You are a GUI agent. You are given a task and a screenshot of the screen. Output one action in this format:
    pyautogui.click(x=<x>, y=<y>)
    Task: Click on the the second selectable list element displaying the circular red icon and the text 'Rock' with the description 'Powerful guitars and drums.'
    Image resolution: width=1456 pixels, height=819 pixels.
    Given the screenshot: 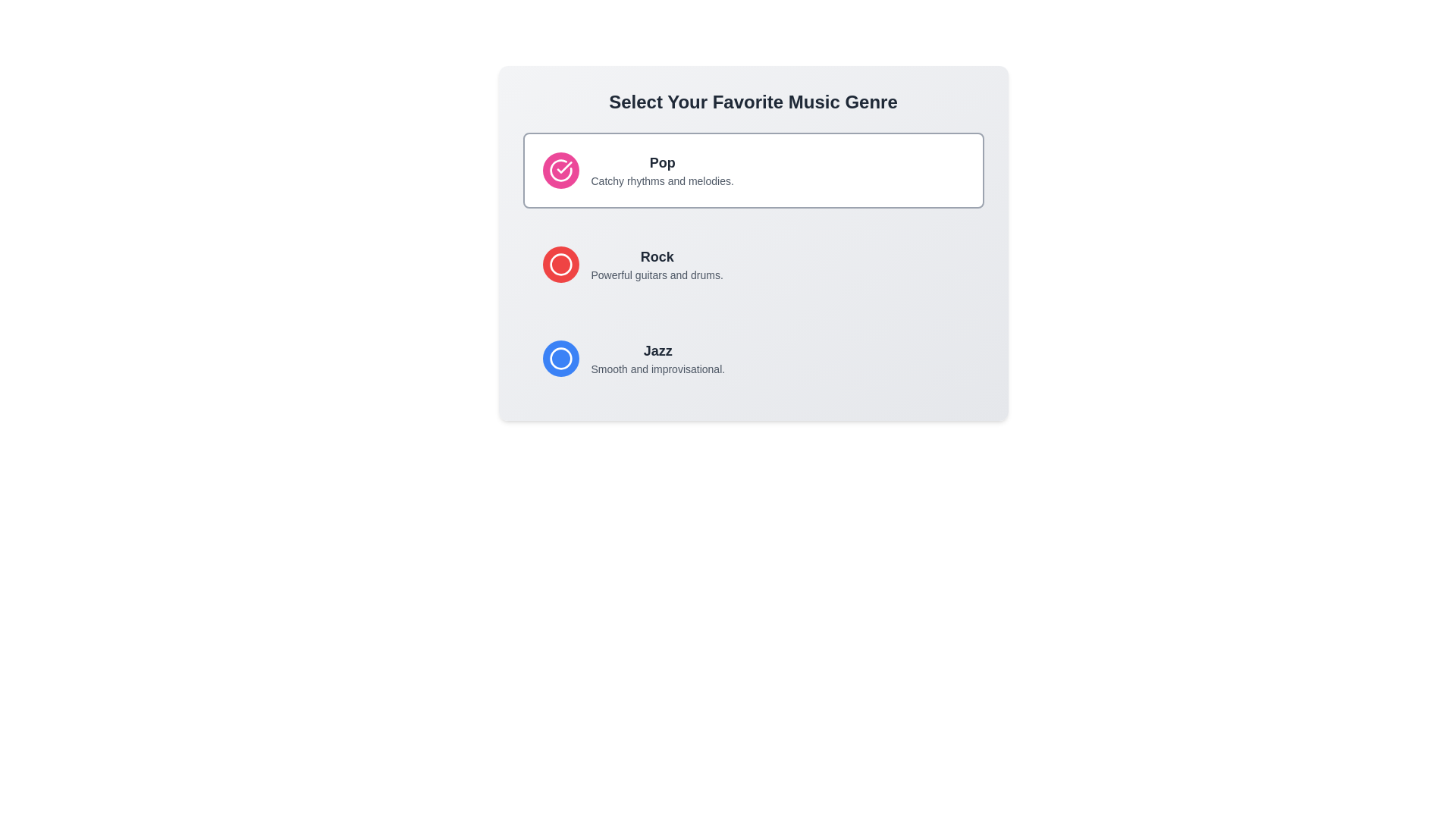 What is the action you would take?
    pyautogui.click(x=753, y=263)
    